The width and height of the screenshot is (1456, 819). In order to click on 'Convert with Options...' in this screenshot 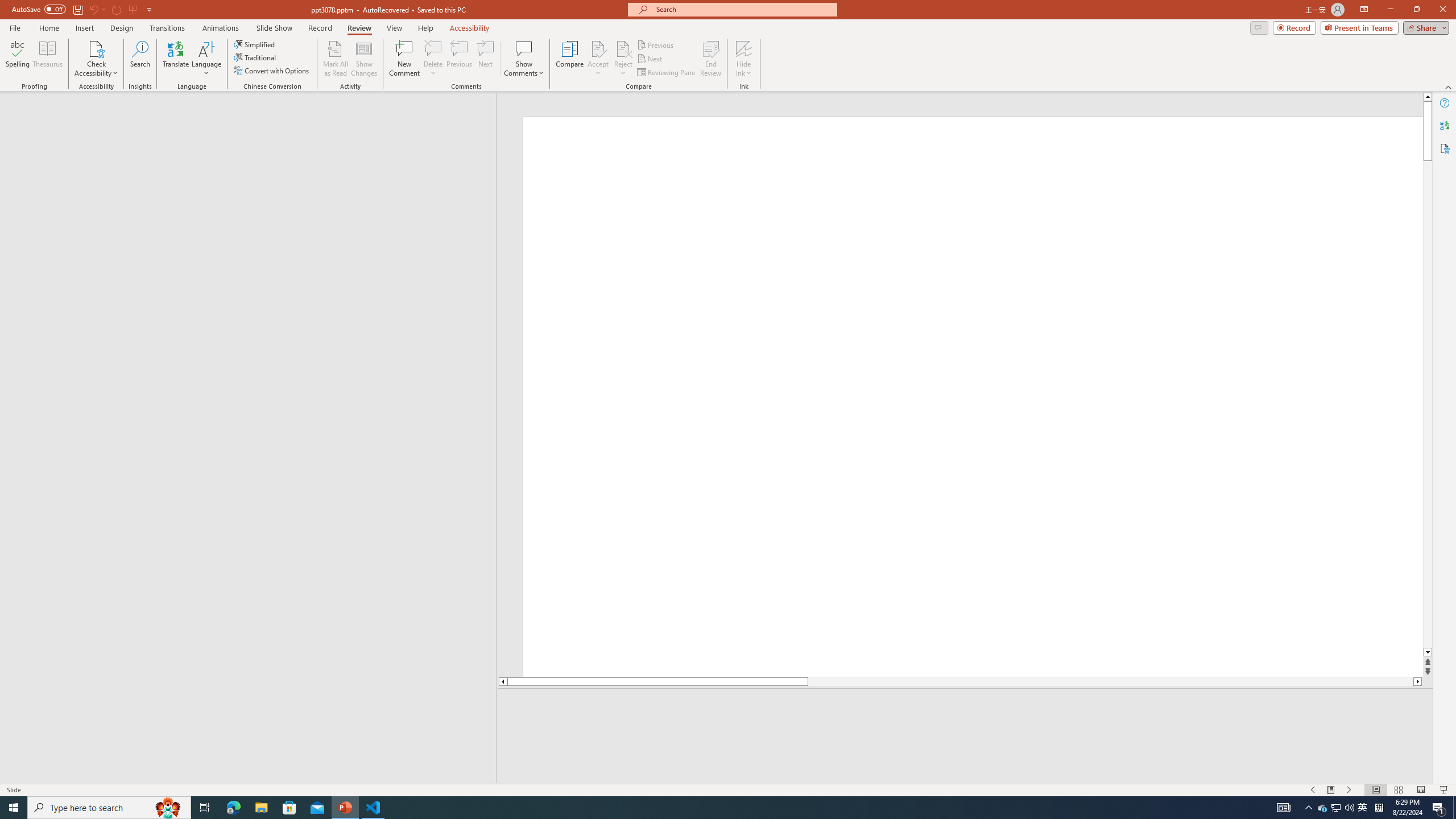, I will do `click(271, 69)`.